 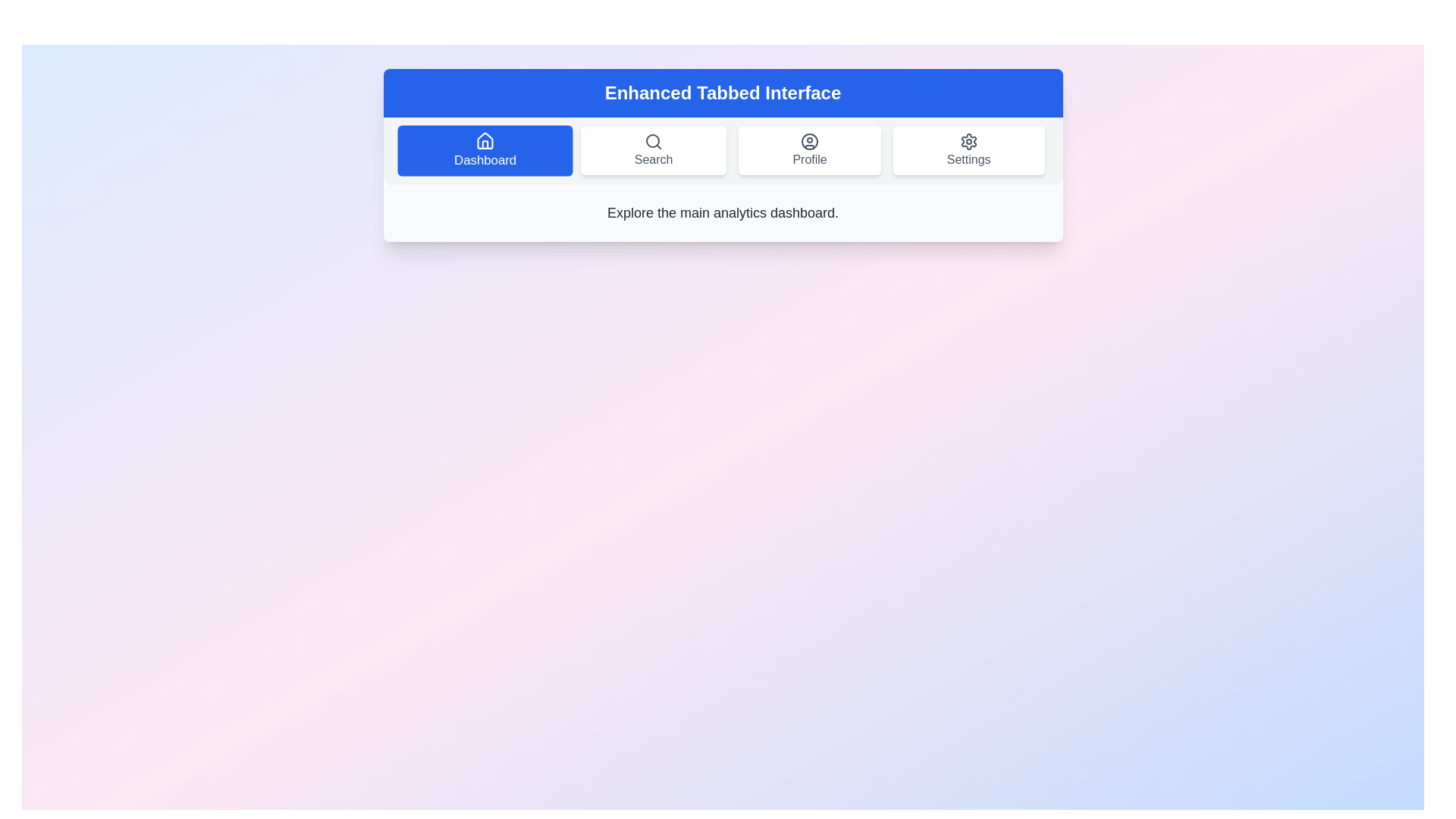 What do you see at coordinates (484, 151) in the screenshot?
I see `the 'Dashboard' tab or menu button located on the leftmost position of the horizontal row under the title 'Enhanced Tabbed Interface'` at bounding box center [484, 151].